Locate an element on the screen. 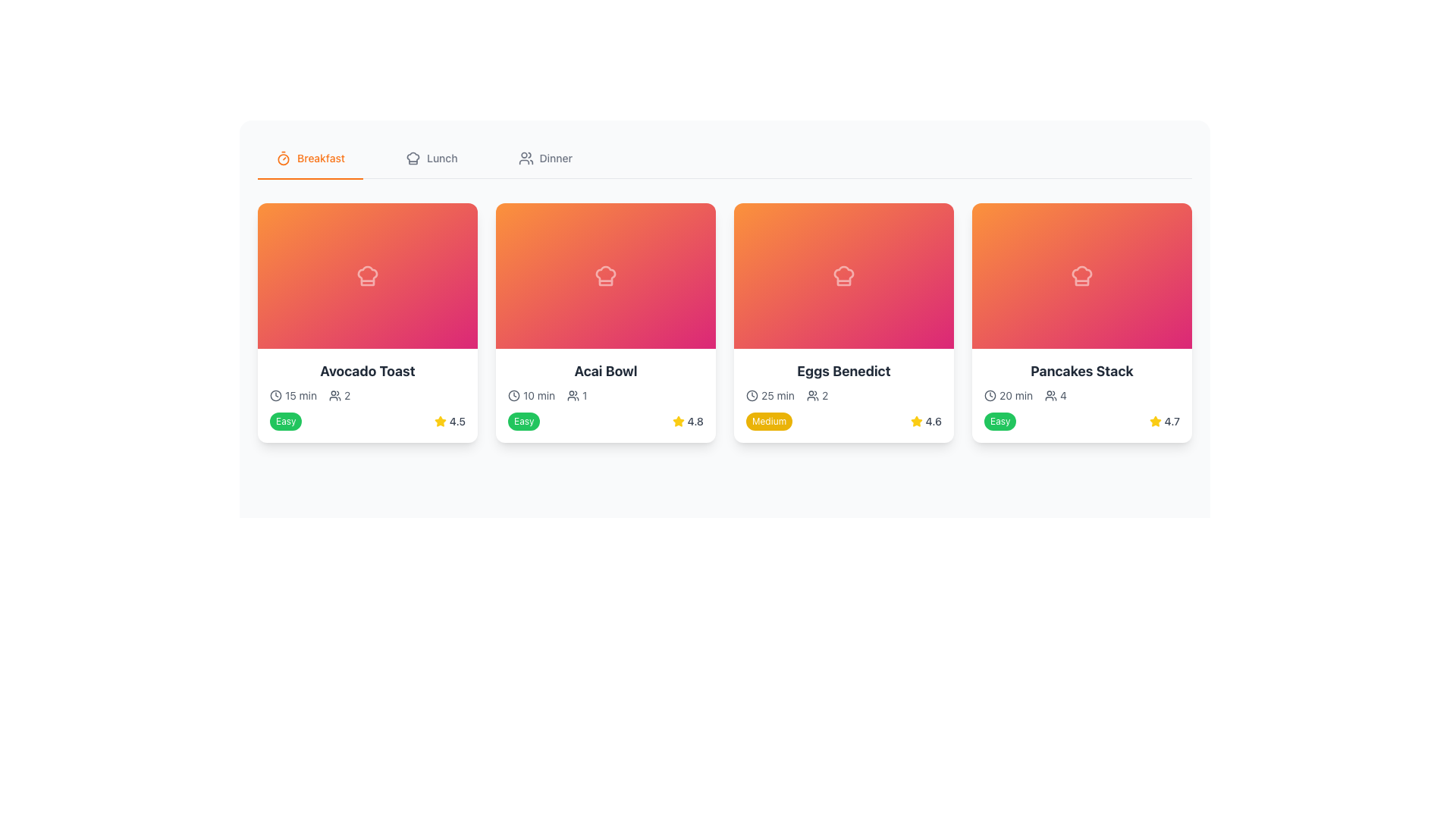  the small text label displaying the number '2' located near the group icon within the 'Eggs Benedict' card, indicating a quantity count is located at coordinates (824, 394).